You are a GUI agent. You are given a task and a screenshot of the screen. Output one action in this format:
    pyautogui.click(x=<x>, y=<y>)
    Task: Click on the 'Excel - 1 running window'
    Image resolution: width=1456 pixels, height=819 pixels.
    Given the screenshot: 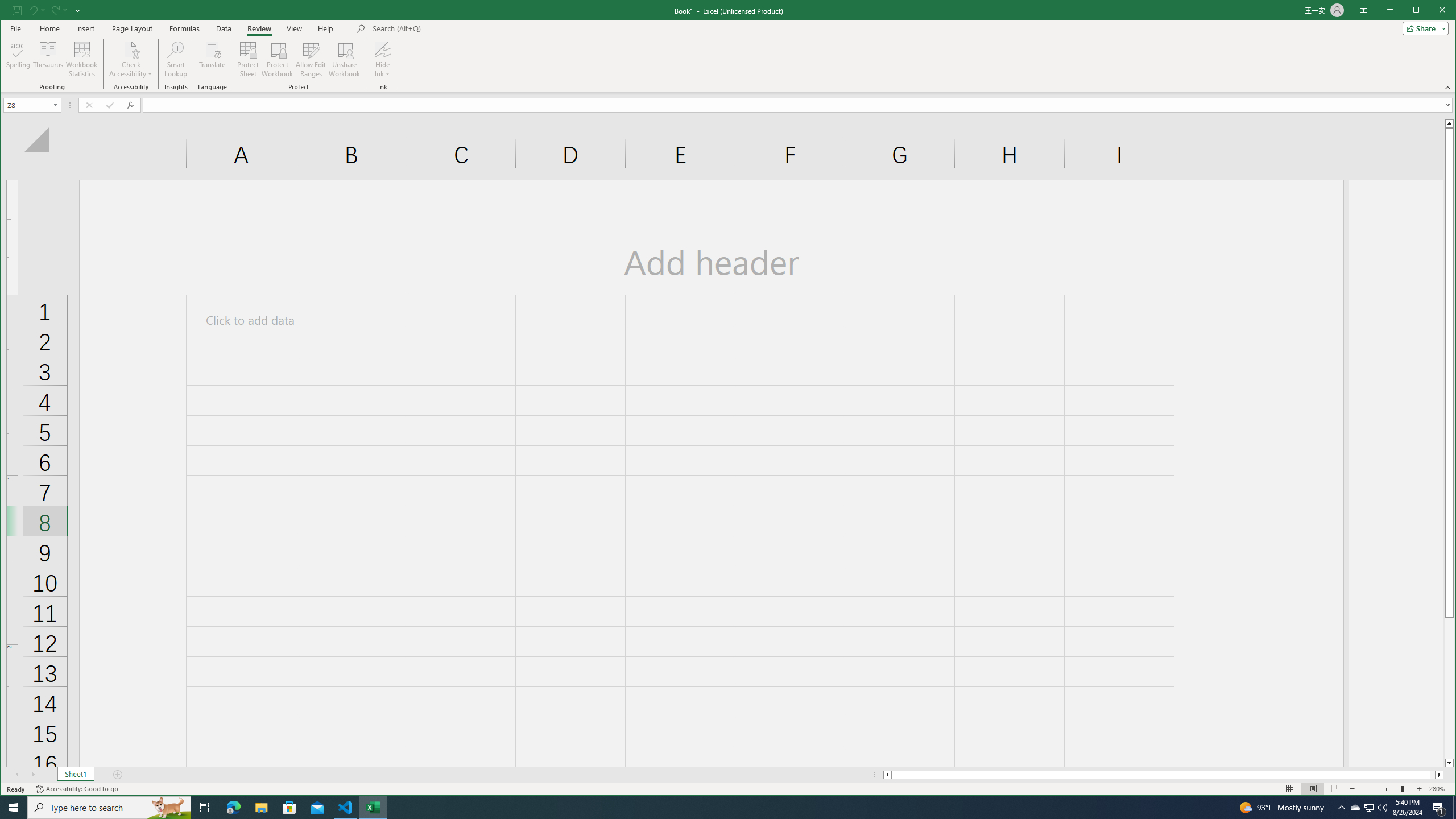 What is the action you would take?
    pyautogui.click(x=373, y=806)
    